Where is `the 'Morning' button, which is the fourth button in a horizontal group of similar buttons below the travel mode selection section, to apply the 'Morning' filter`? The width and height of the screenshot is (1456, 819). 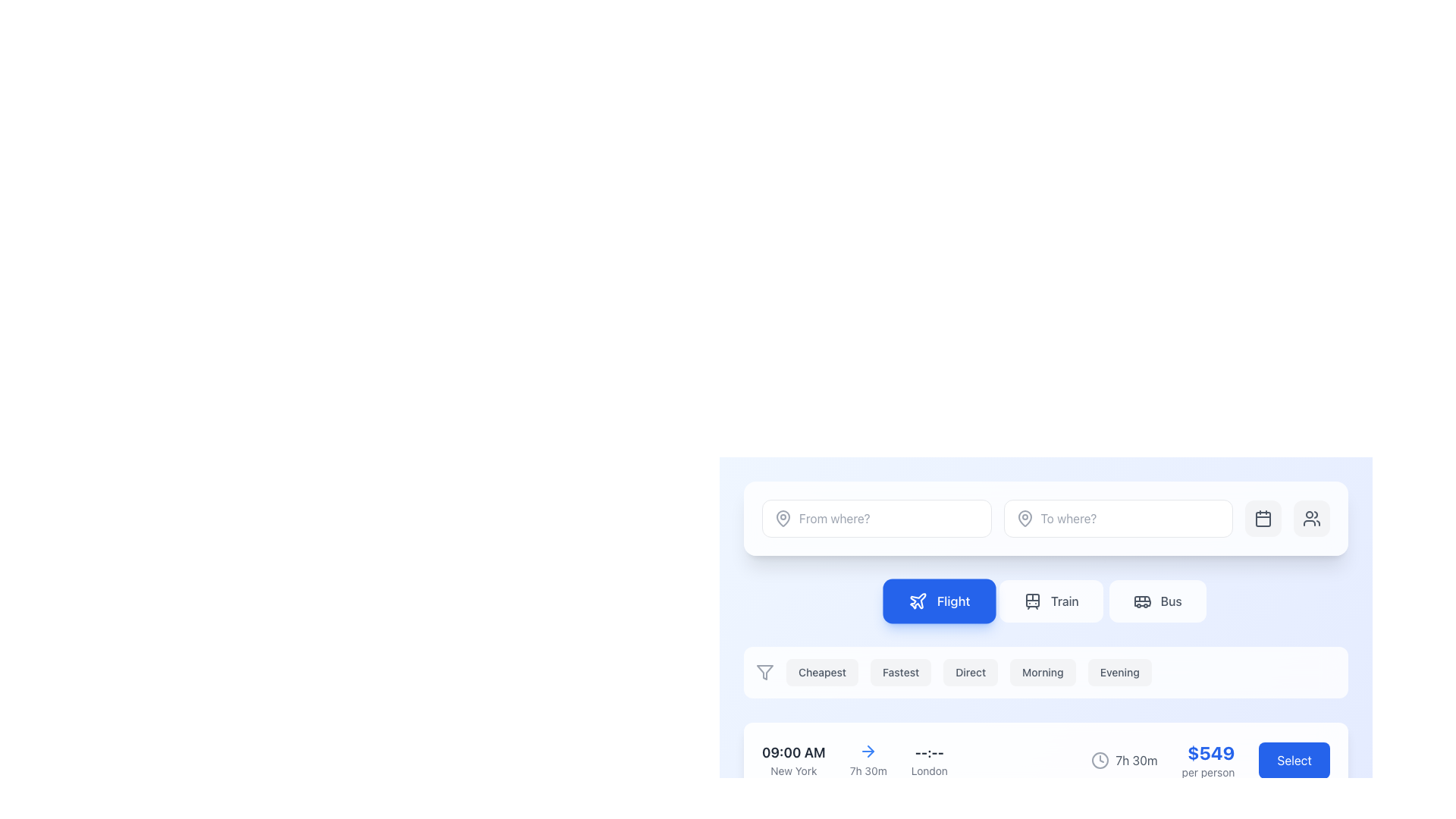 the 'Morning' button, which is the fourth button in a horizontal group of similar buttons below the travel mode selection section, to apply the 'Morning' filter is located at coordinates (1045, 672).